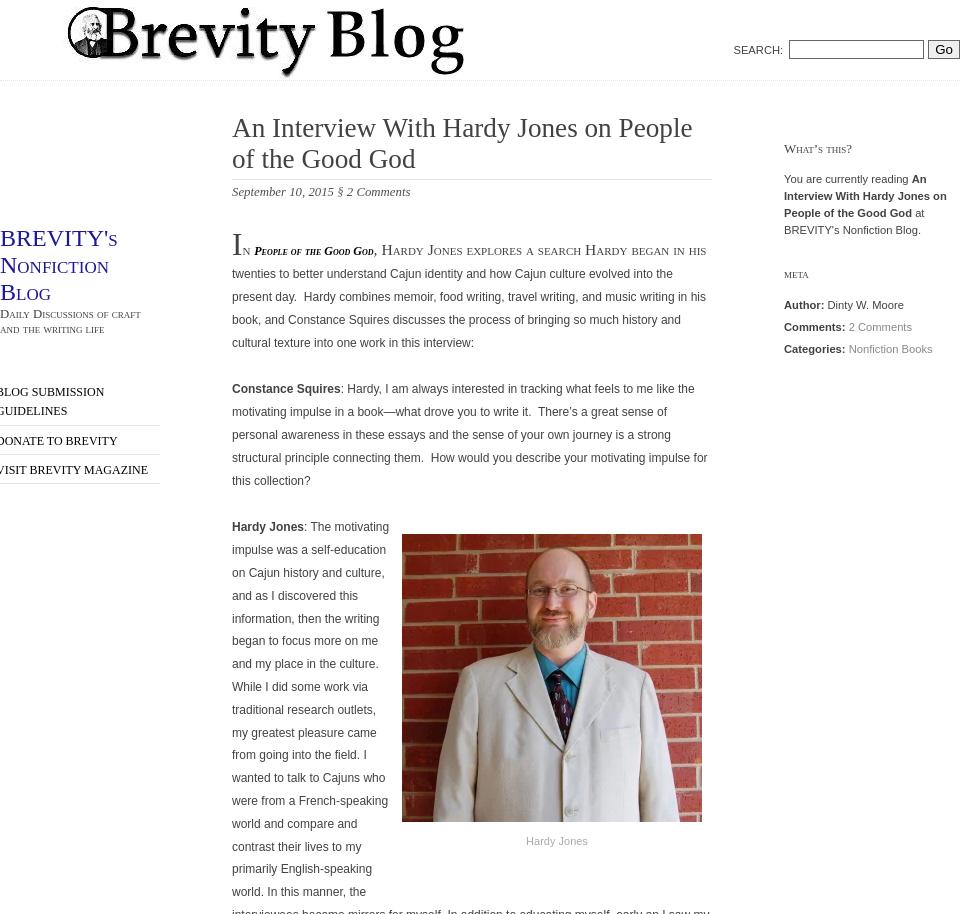 The width and height of the screenshot is (960, 914). Describe the element at coordinates (462, 142) in the screenshot. I see `'An Interview With Hardy Jones on People of the Good God'` at that location.